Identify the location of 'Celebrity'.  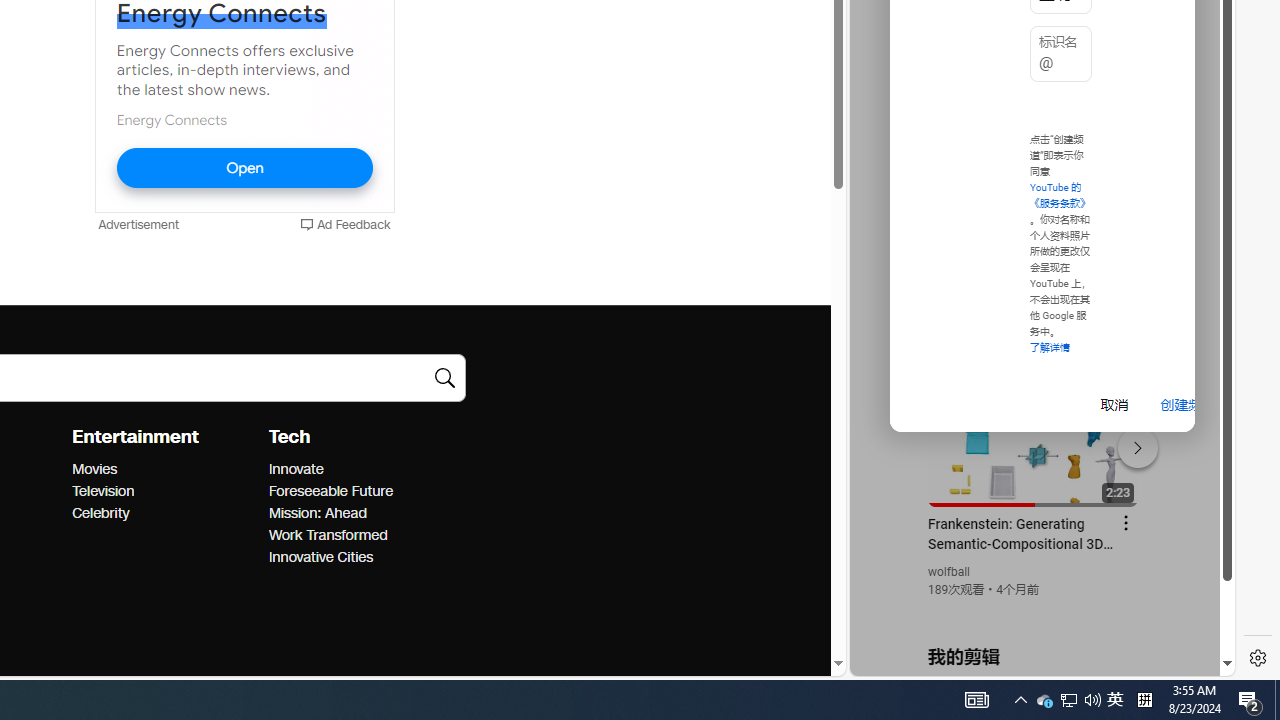
(164, 512).